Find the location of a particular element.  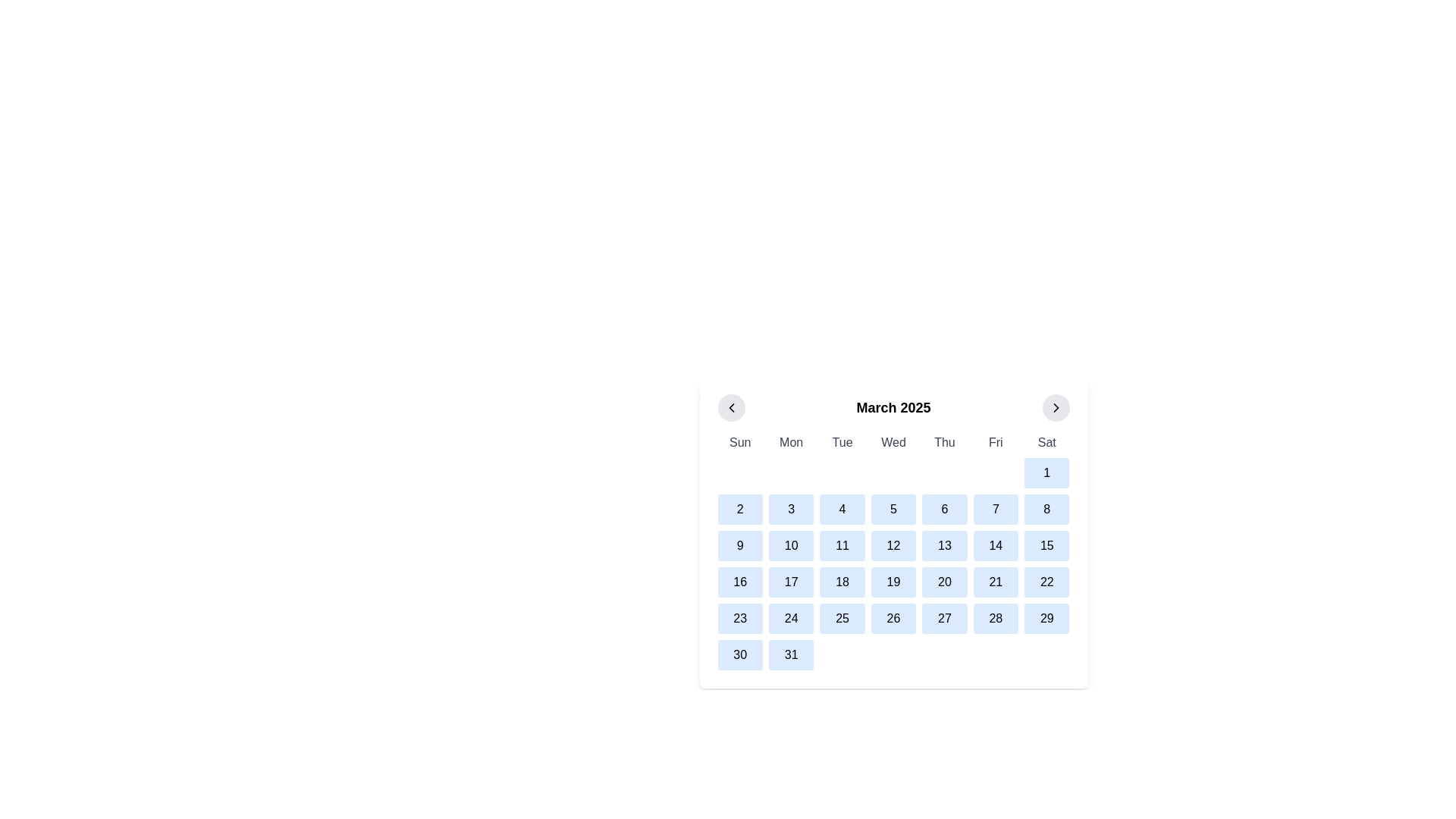

the clickable calendar cell displaying the number '17' in bold text is located at coordinates (790, 581).